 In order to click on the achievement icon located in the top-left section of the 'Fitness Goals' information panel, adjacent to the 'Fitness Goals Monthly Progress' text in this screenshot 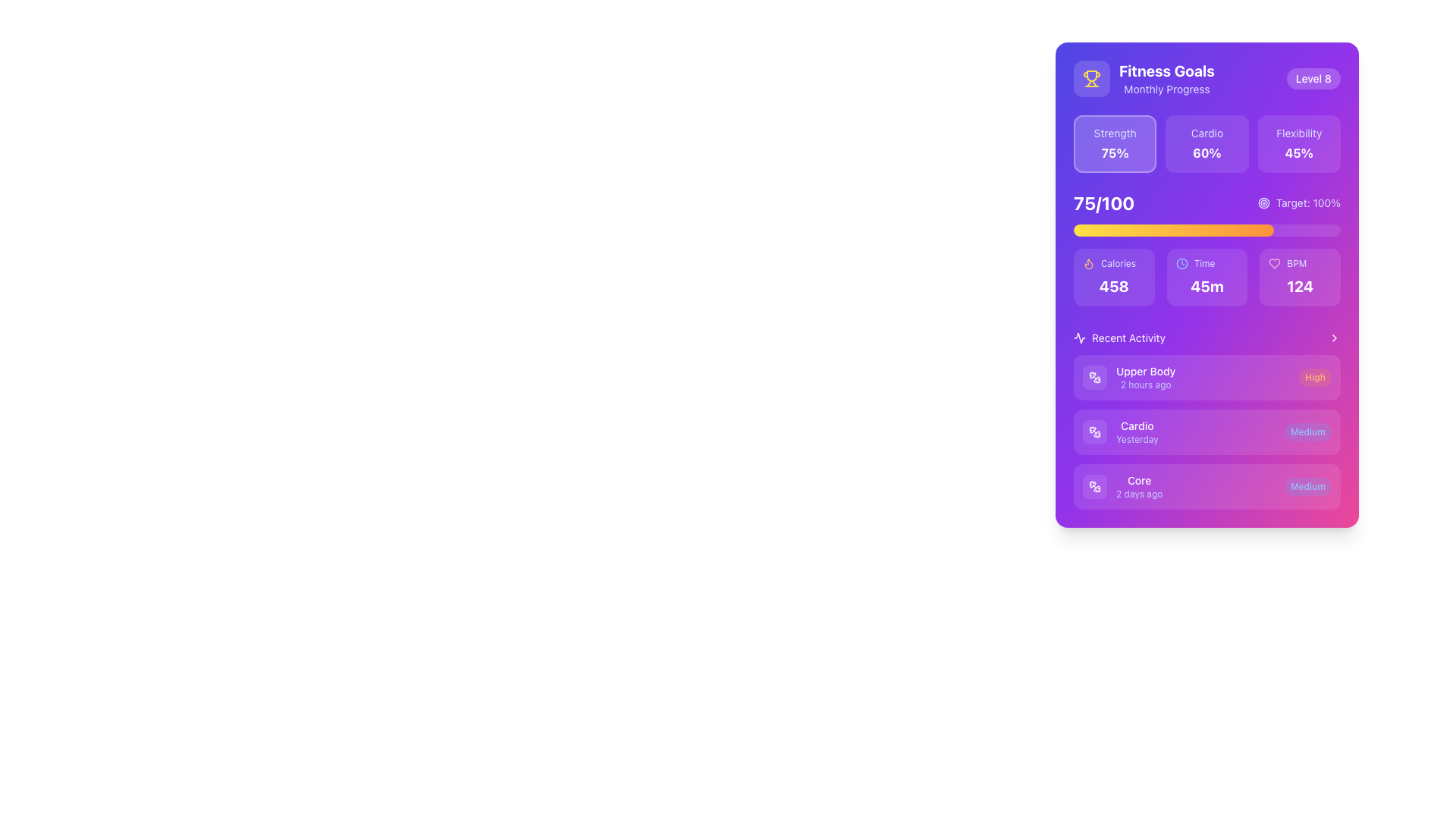, I will do `click(1092, 79)`.